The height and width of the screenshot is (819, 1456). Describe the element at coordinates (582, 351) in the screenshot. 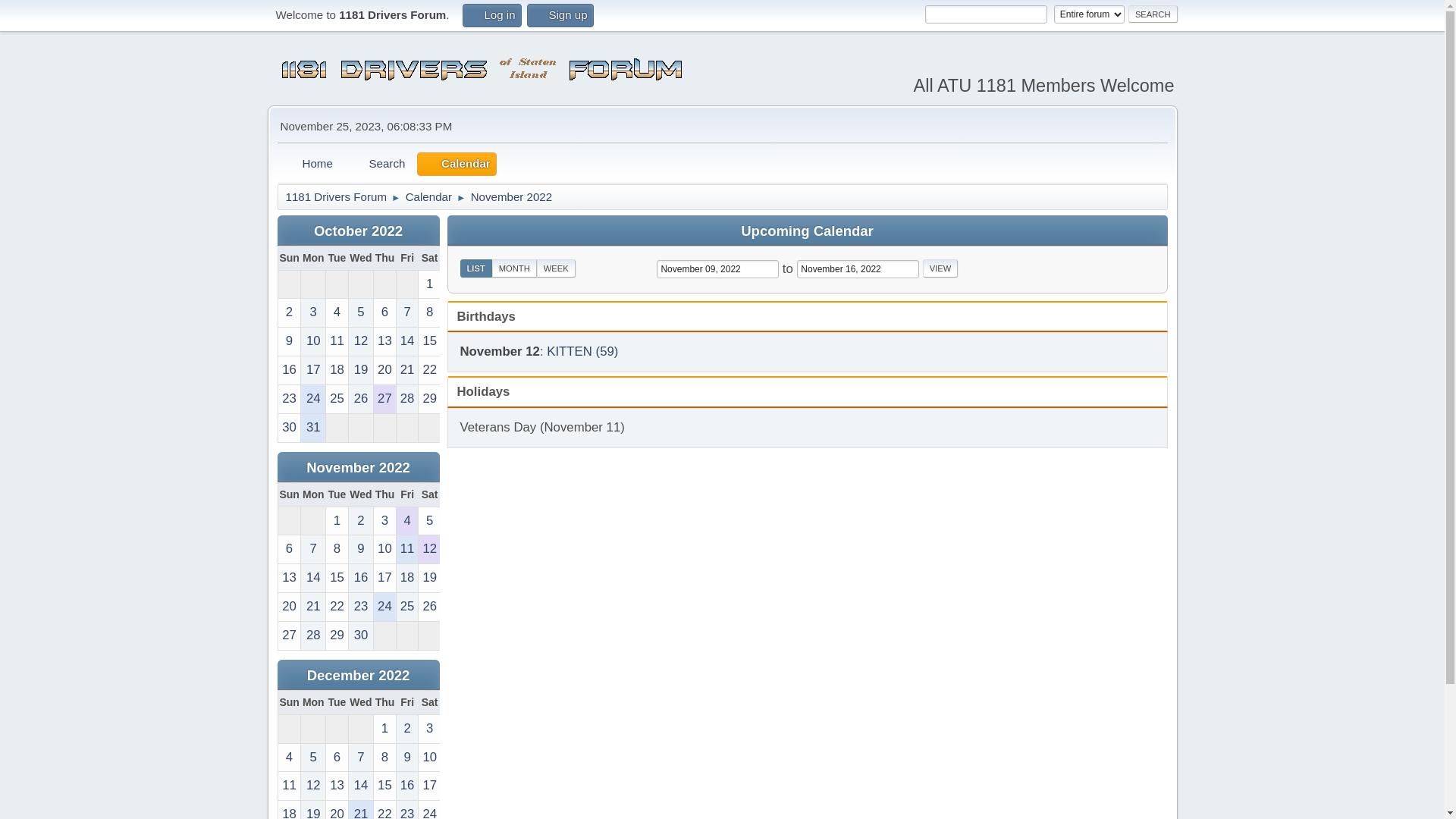

I see `'KITTEN (59)'` at that location.